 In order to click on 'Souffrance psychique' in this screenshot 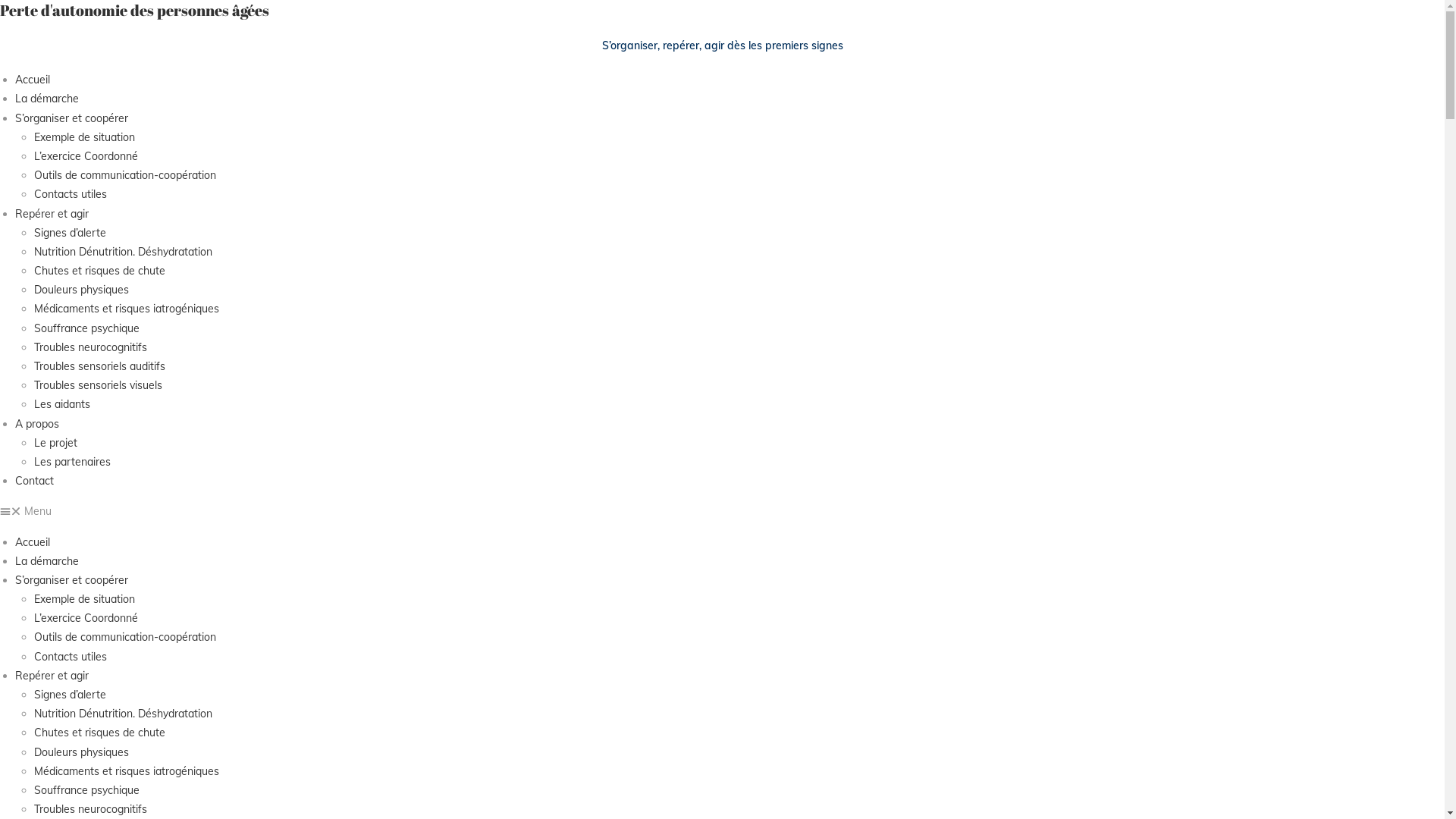, I will do `click(86, 327)`.